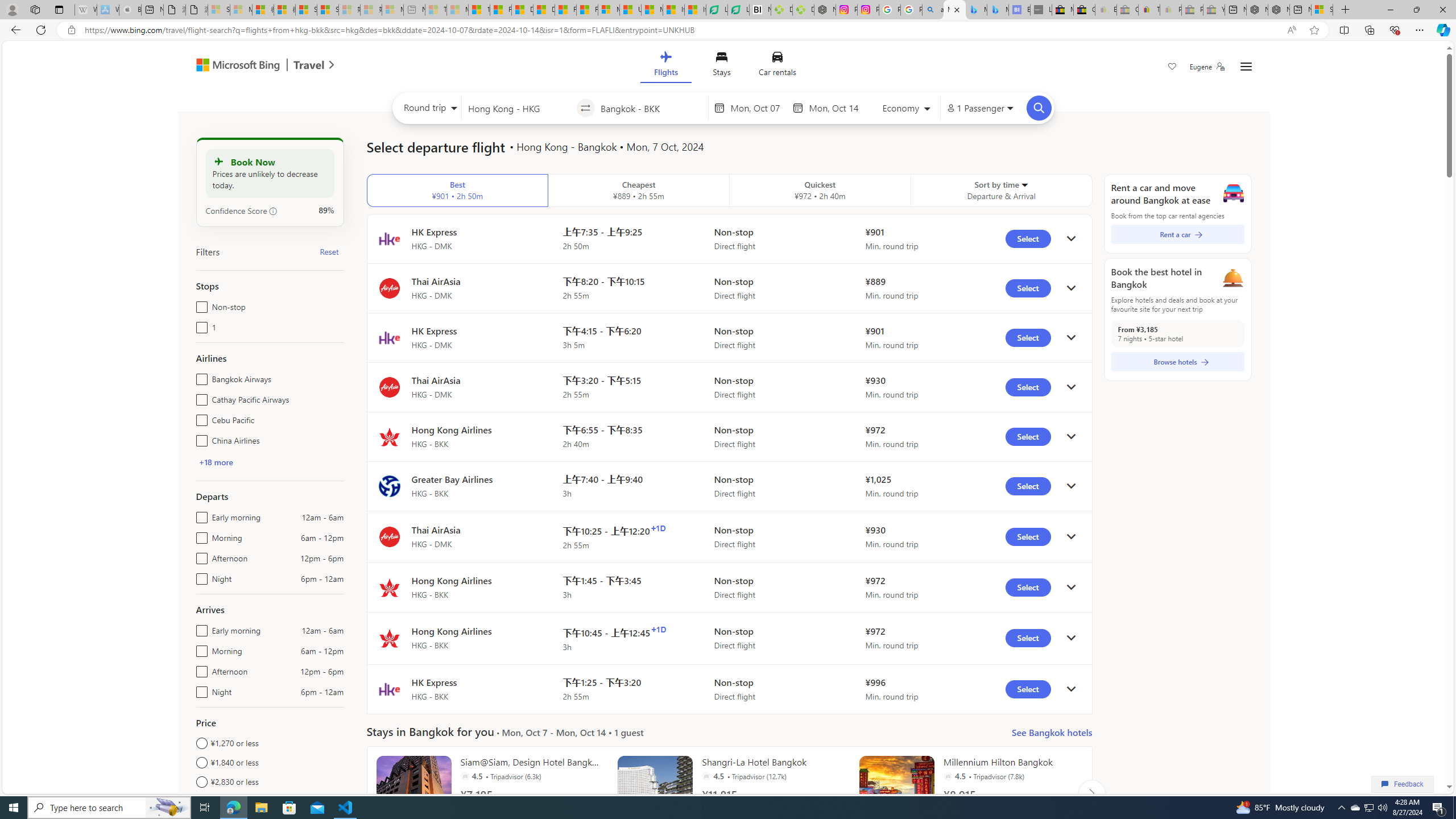  Describe the element at coordinates (979, 107) in the screenshot. I see `'1 Passenger'` at that location.